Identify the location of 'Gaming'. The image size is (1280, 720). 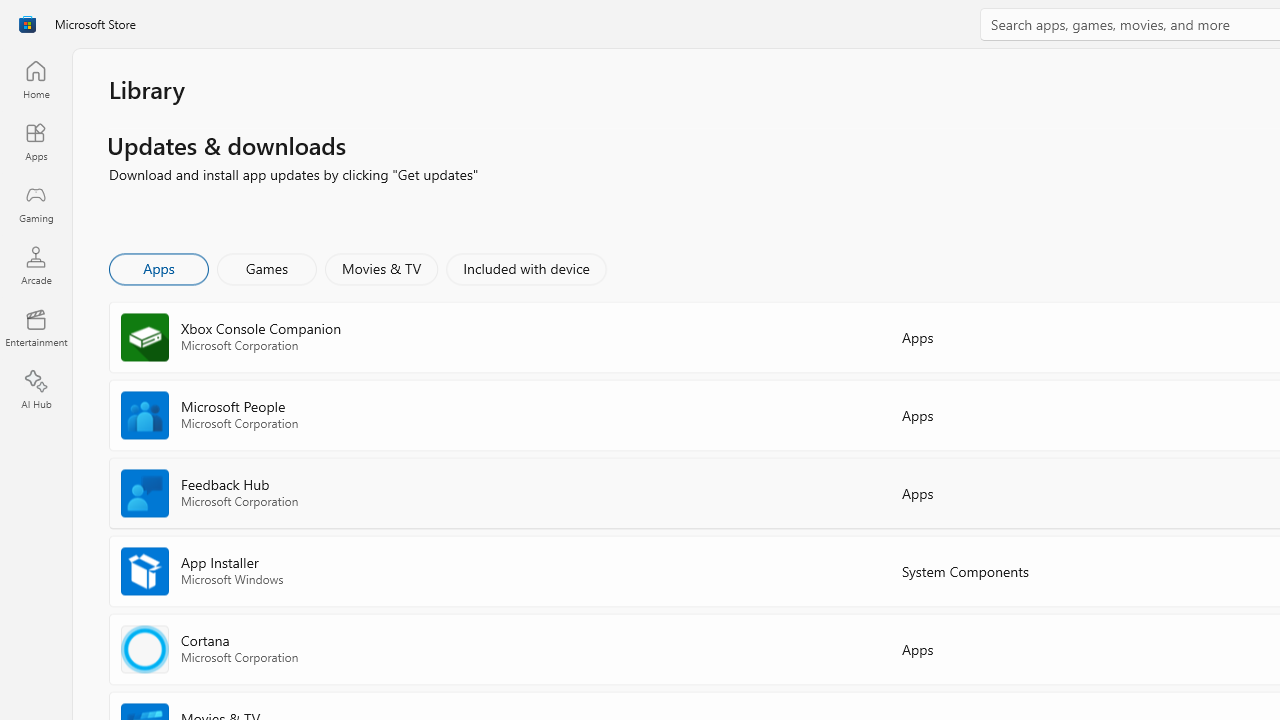
(35, 203).